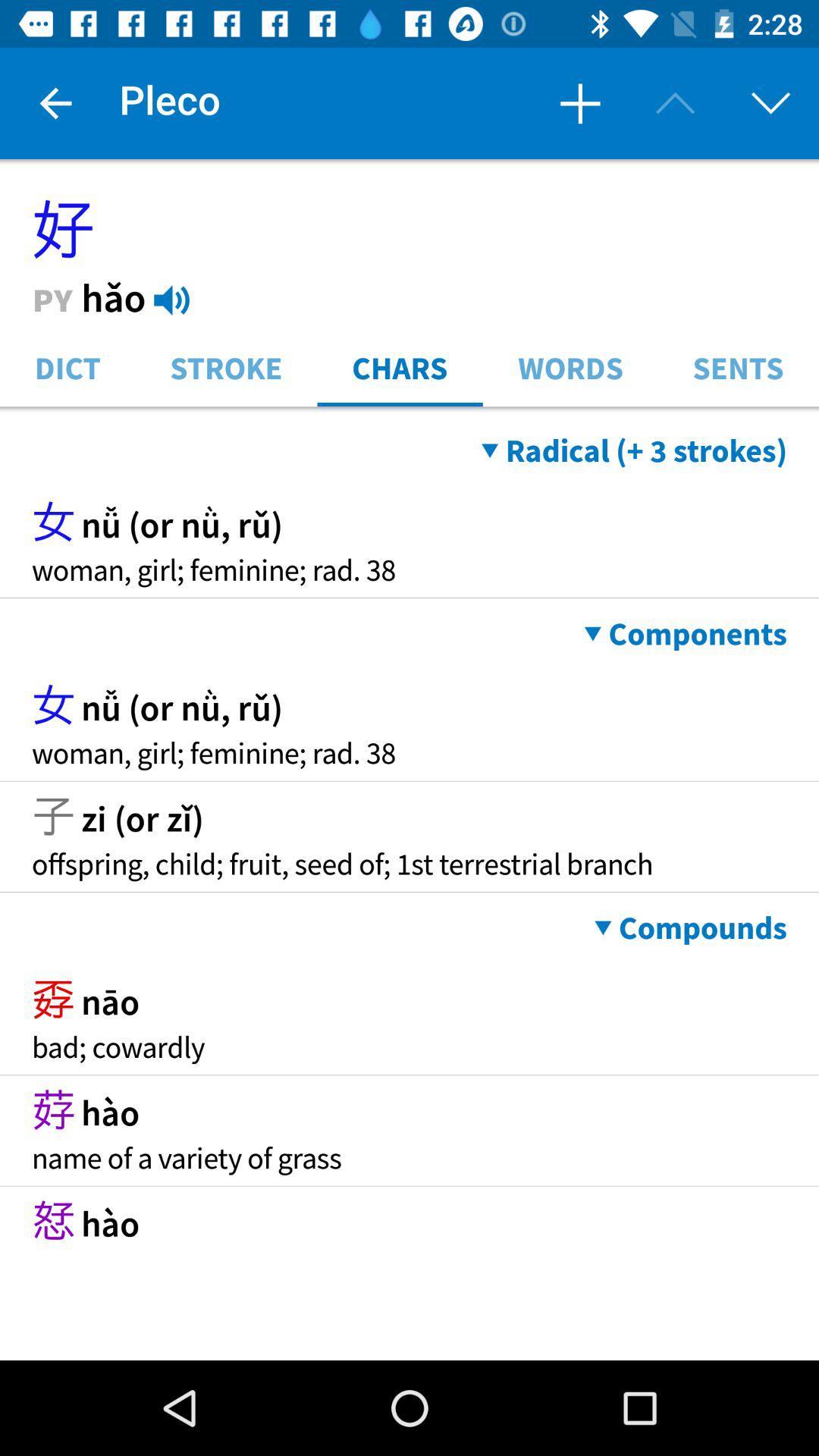  Describe the element at coordinates (737, 366) in the screenshot. I see `sents` at that location.